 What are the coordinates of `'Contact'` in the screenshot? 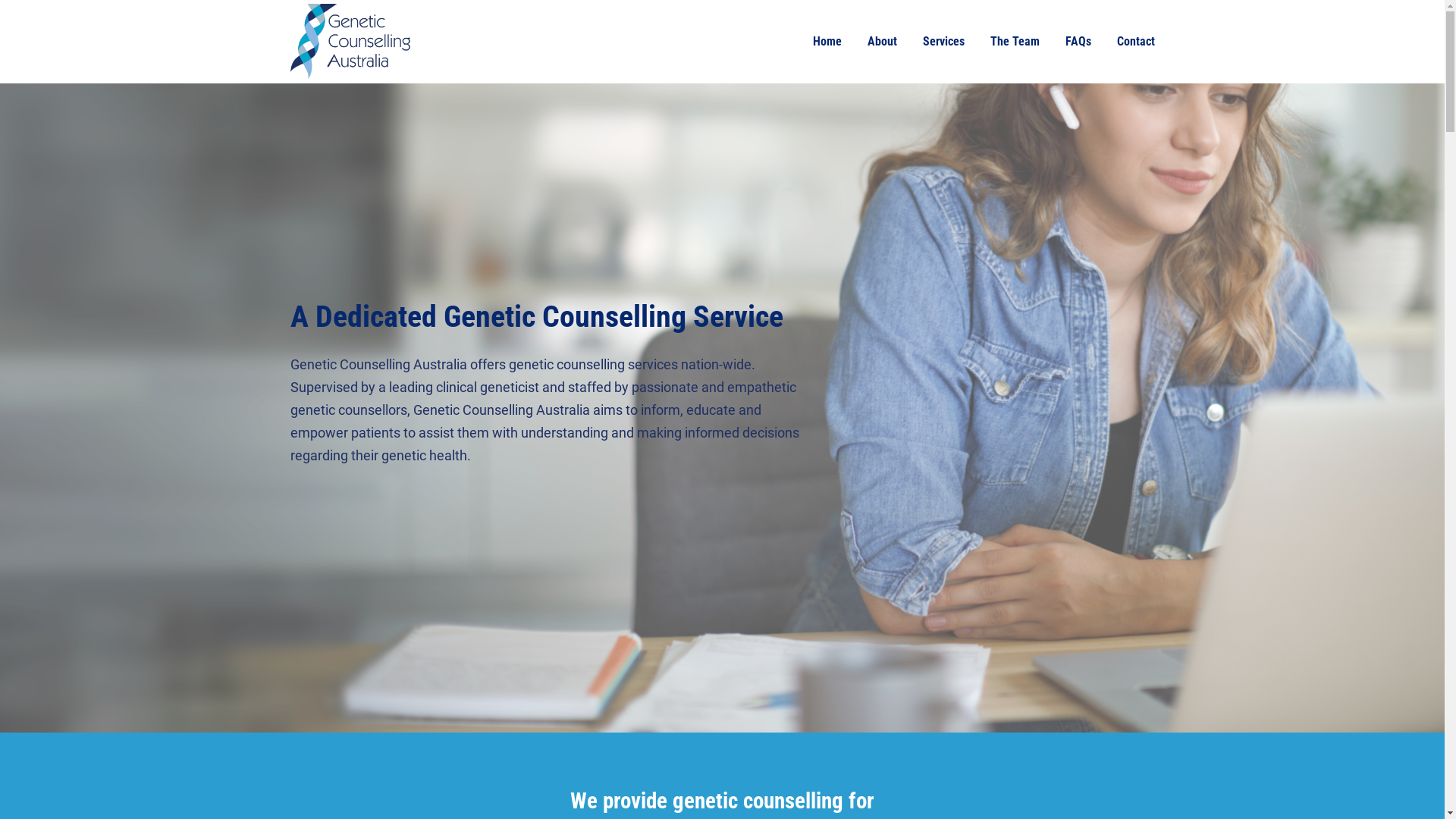 It's located at (1135, 40).